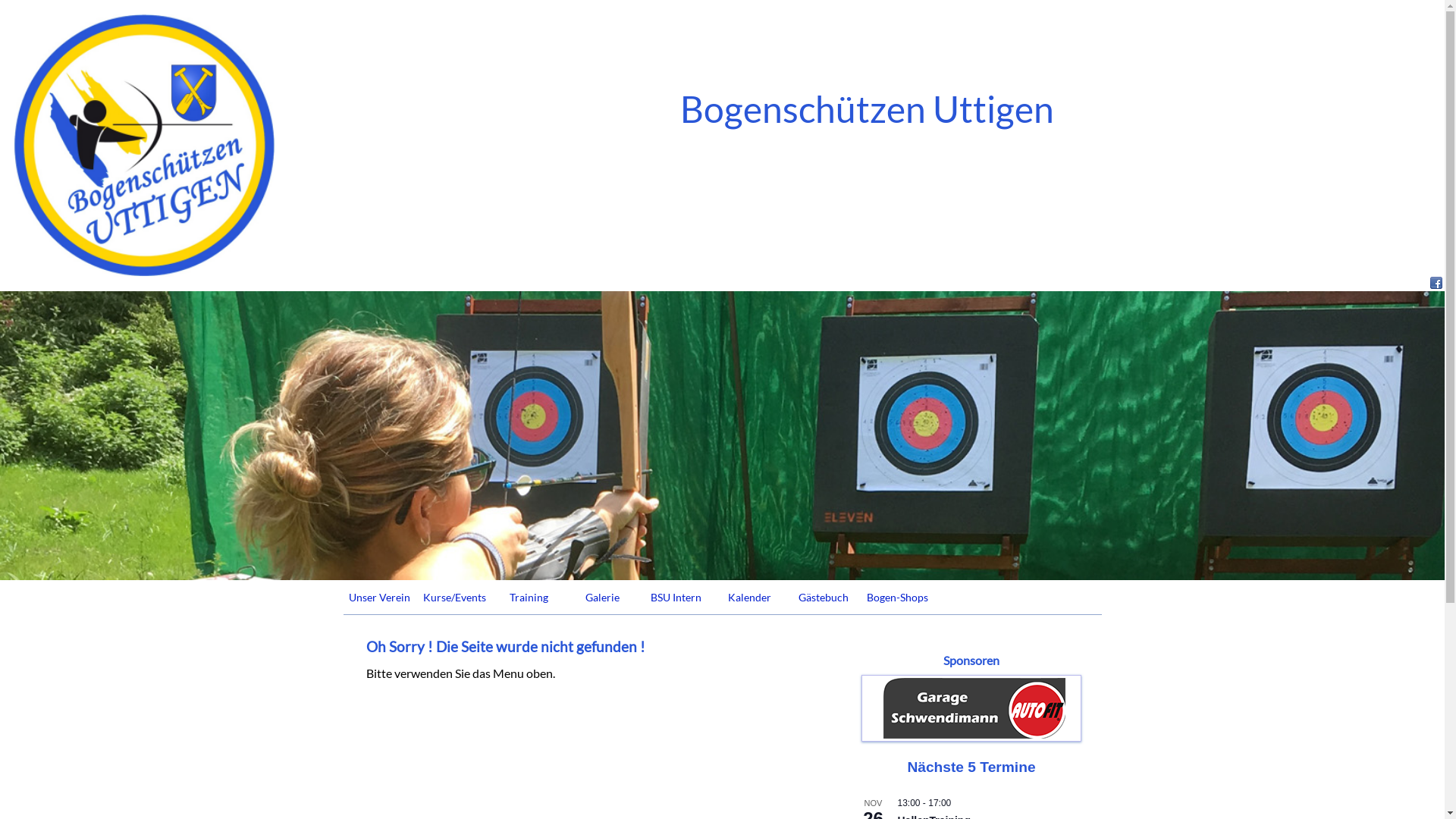 The height and width of the screenshot is (819, 1456). What do you see at coordinates (1436, 284) in the screenshot?
I see `'Besuchen Sie unsere Facebook Seite'` at bounding box center [1436, 284].